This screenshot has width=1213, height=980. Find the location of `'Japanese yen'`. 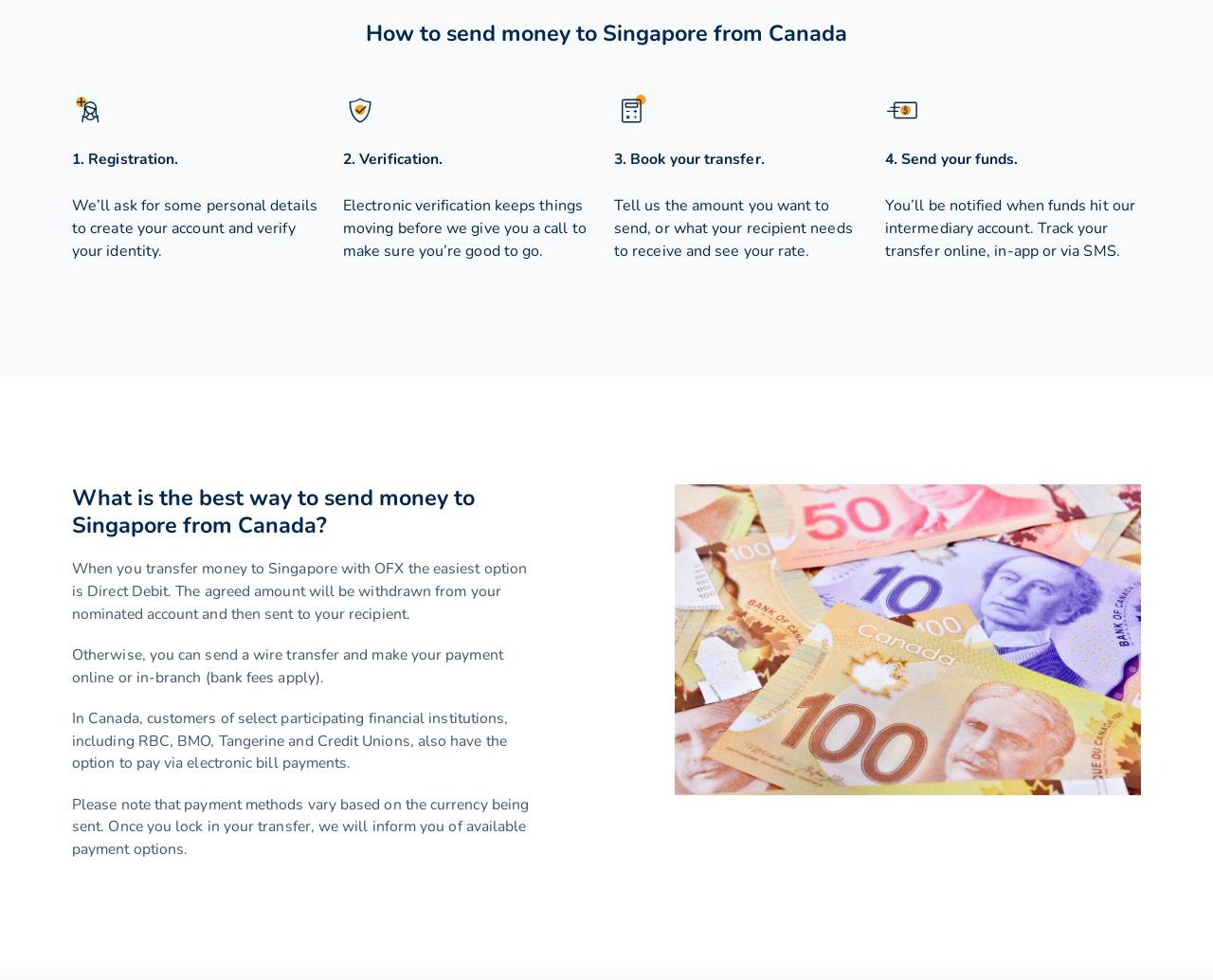

'Japanese yen' is located at coordinates (128, 615).